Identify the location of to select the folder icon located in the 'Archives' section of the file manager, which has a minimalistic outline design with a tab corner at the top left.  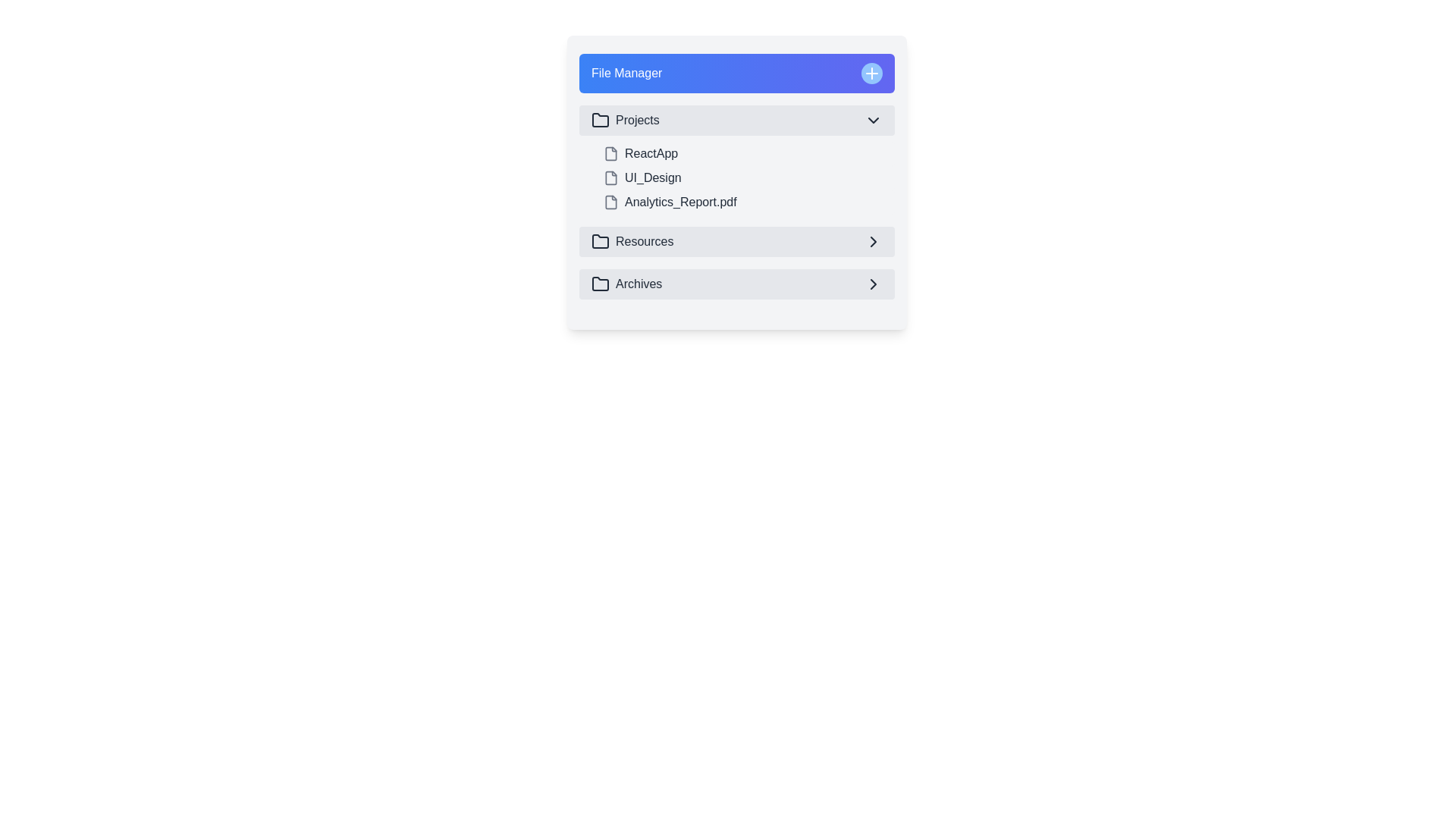
(600, 284).